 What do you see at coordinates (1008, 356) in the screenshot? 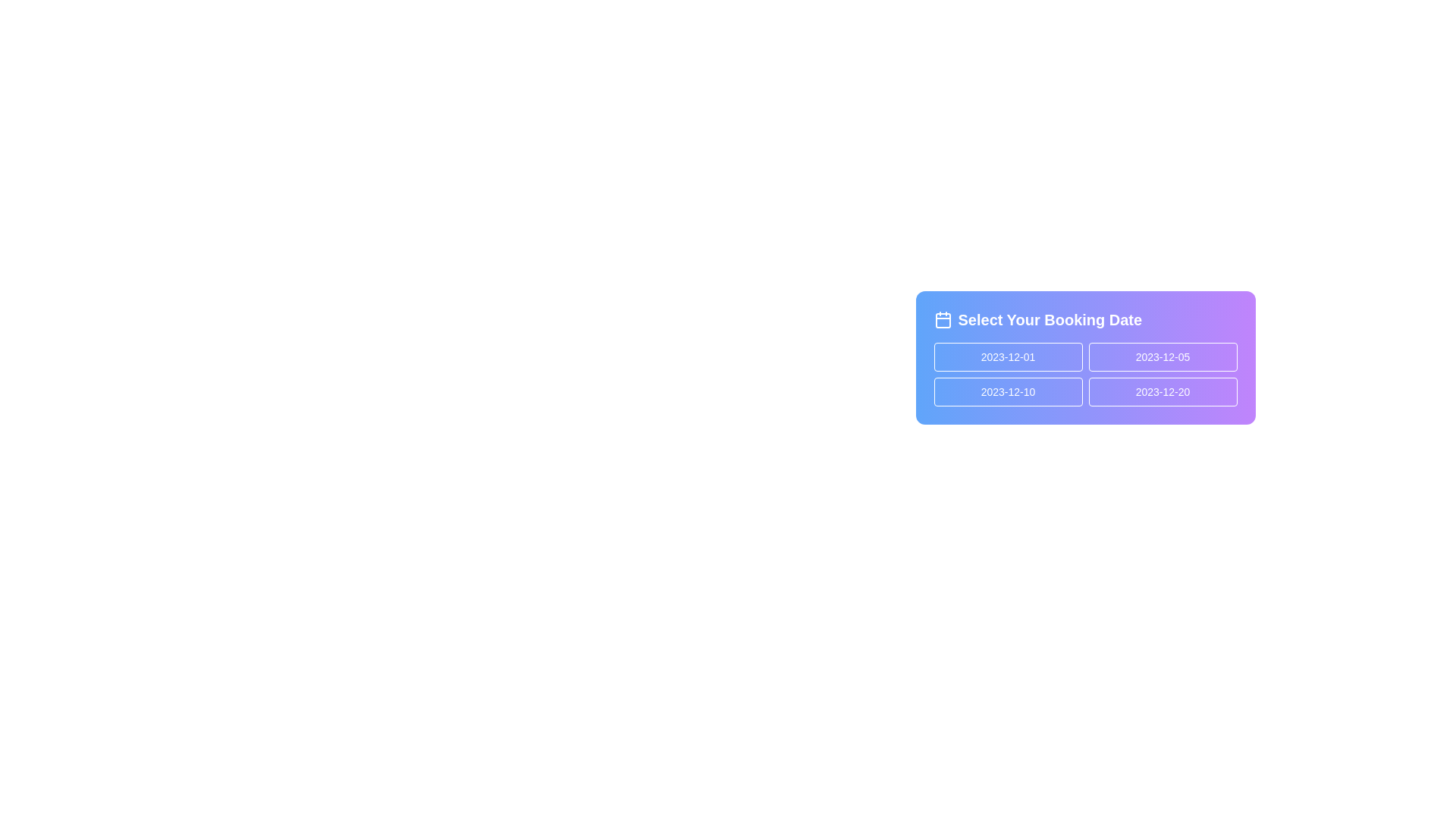
I see `the button labeled '2023-12-01' in the grid layout` at bounding box center [1008, 356].